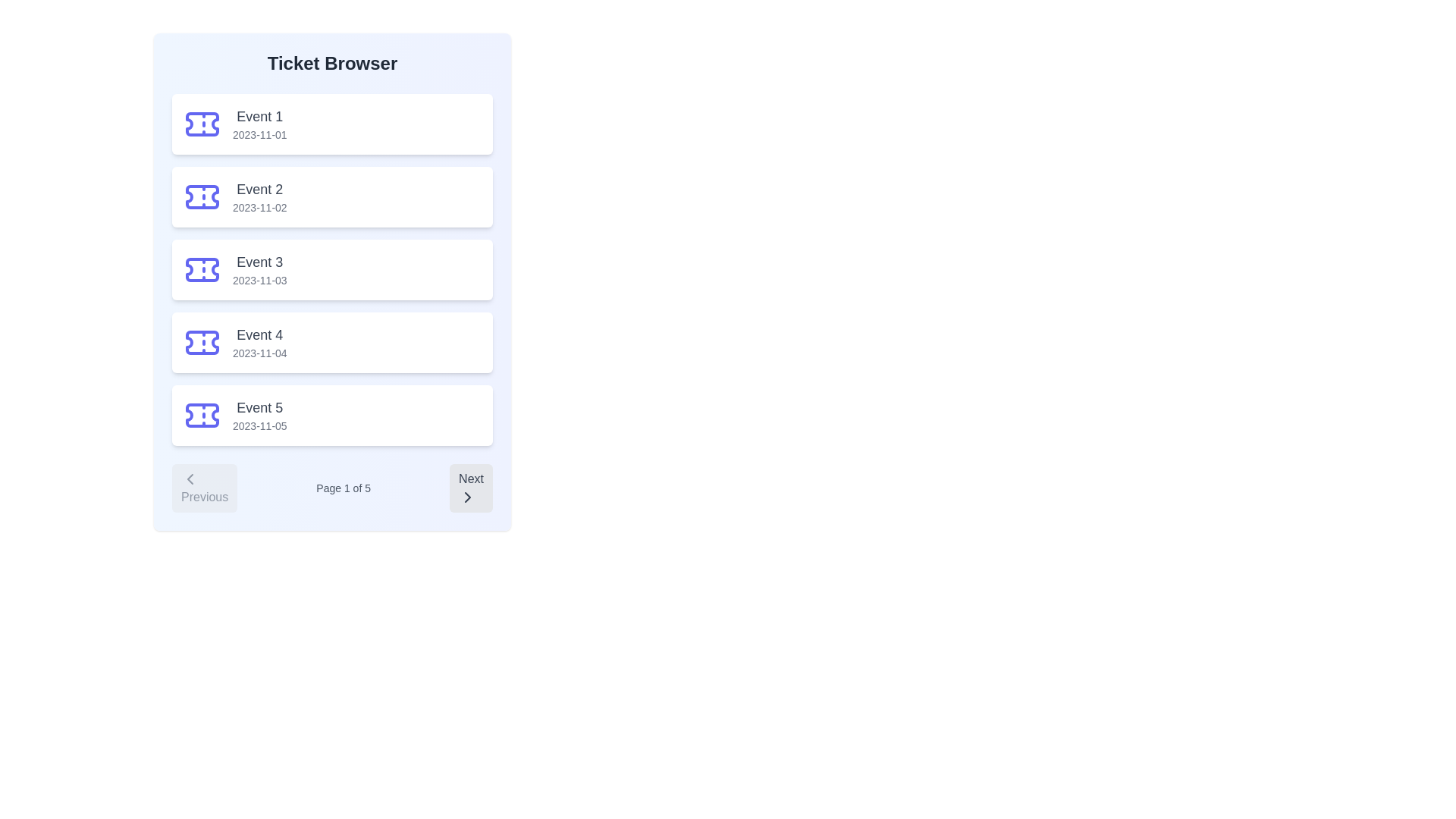  Describe the element at coordinates (259, 116) in the screenshot. I see `the text label displaying 'Event 1', which is located within the topmost card of the 'Ticket Browser' section, directly above the date '2023-11-01'` at that location.